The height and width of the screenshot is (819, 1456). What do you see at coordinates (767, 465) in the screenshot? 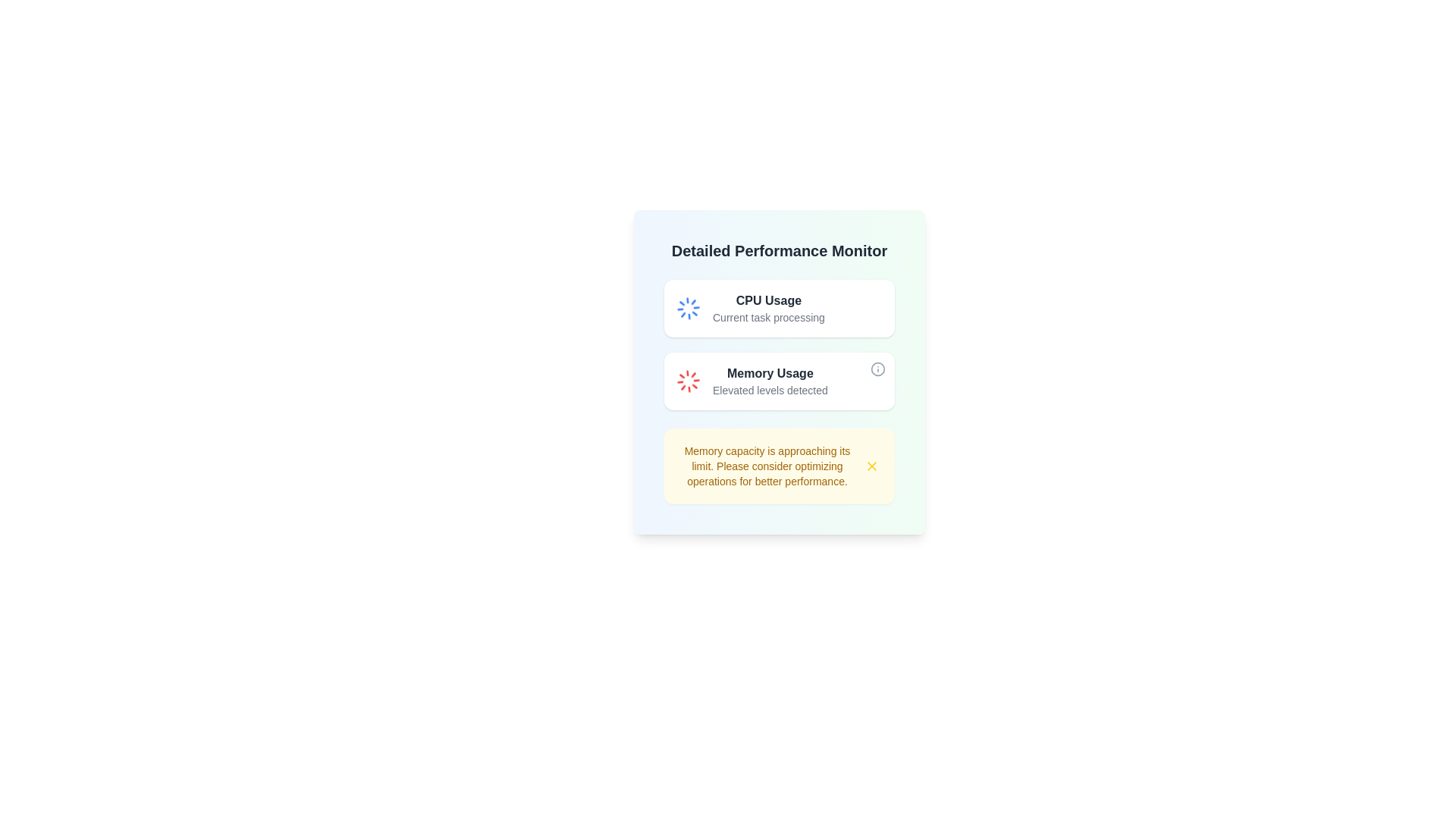
I see `cautionary message displayed in the yellow, rounded rectangle text block indicating that memory capacity is nearing its limit` at bounding box center [767, 465].